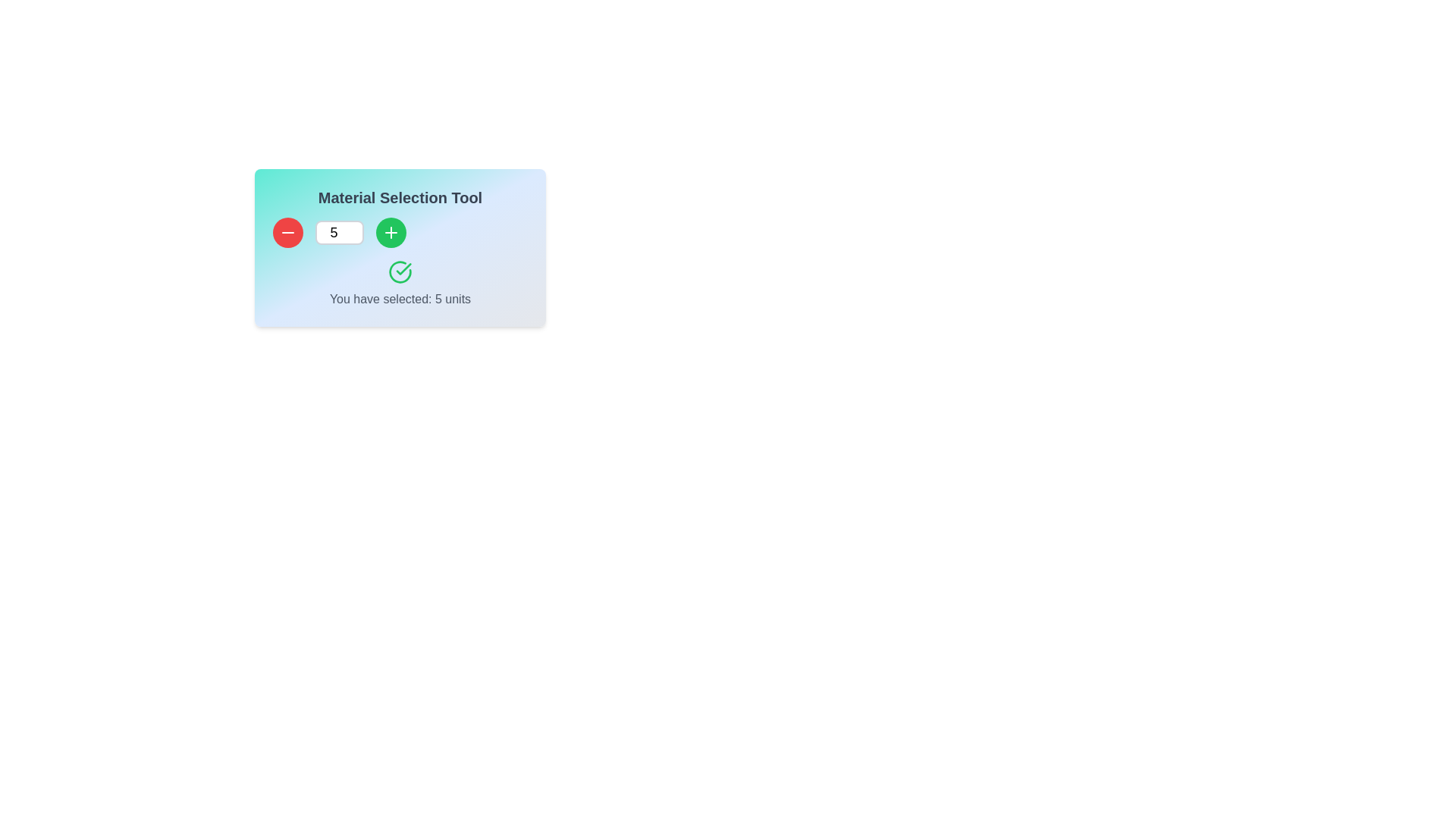 Image resolution: width=1456 pixels, height=819 pixels. I want to click on the green circular button with a white plus symbol (+) to increment the value in the material selection tool UI, so click(391, 233).